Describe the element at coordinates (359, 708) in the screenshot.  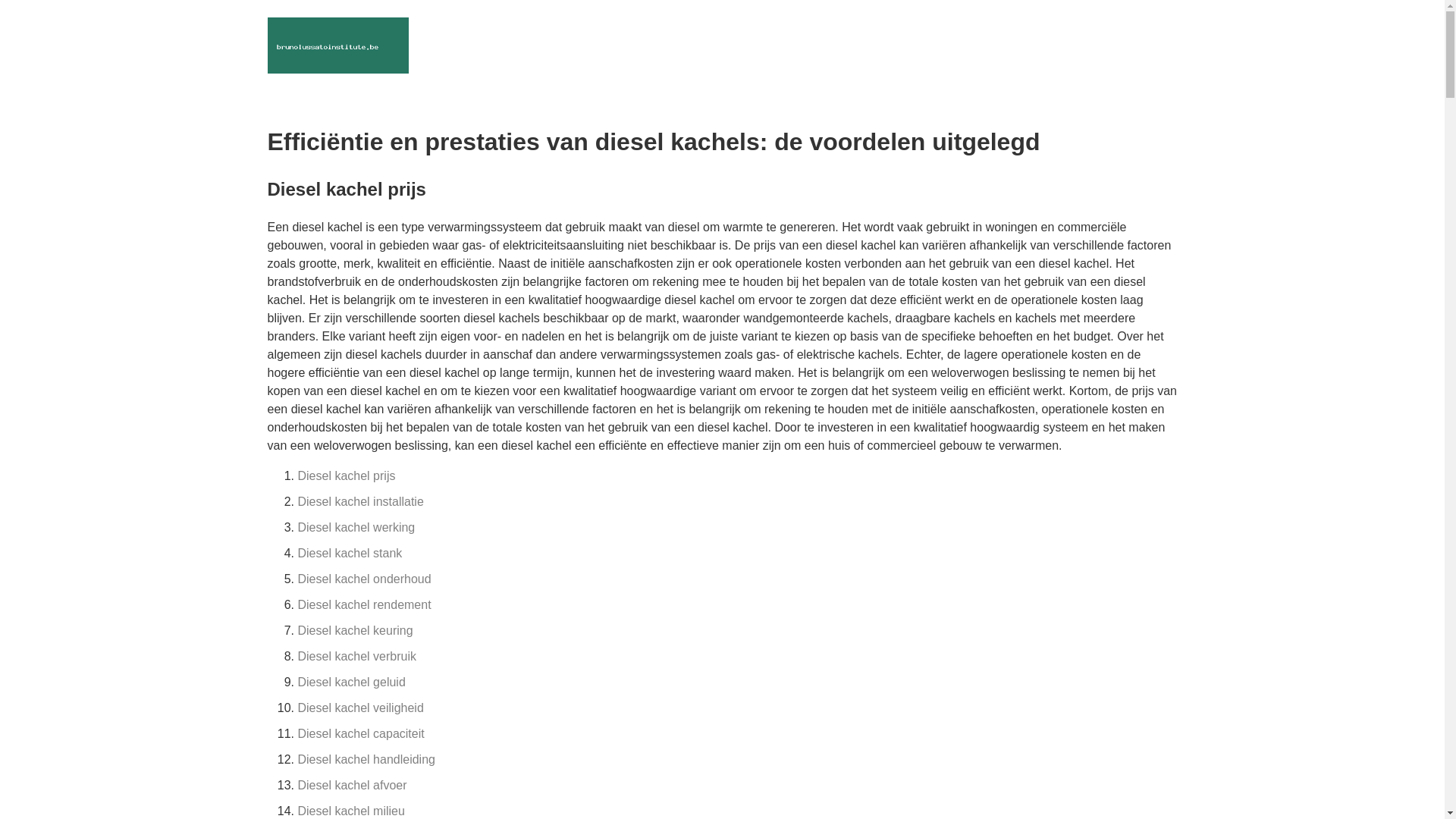
I see `'Diesel kachel veiligheid'` at that location.